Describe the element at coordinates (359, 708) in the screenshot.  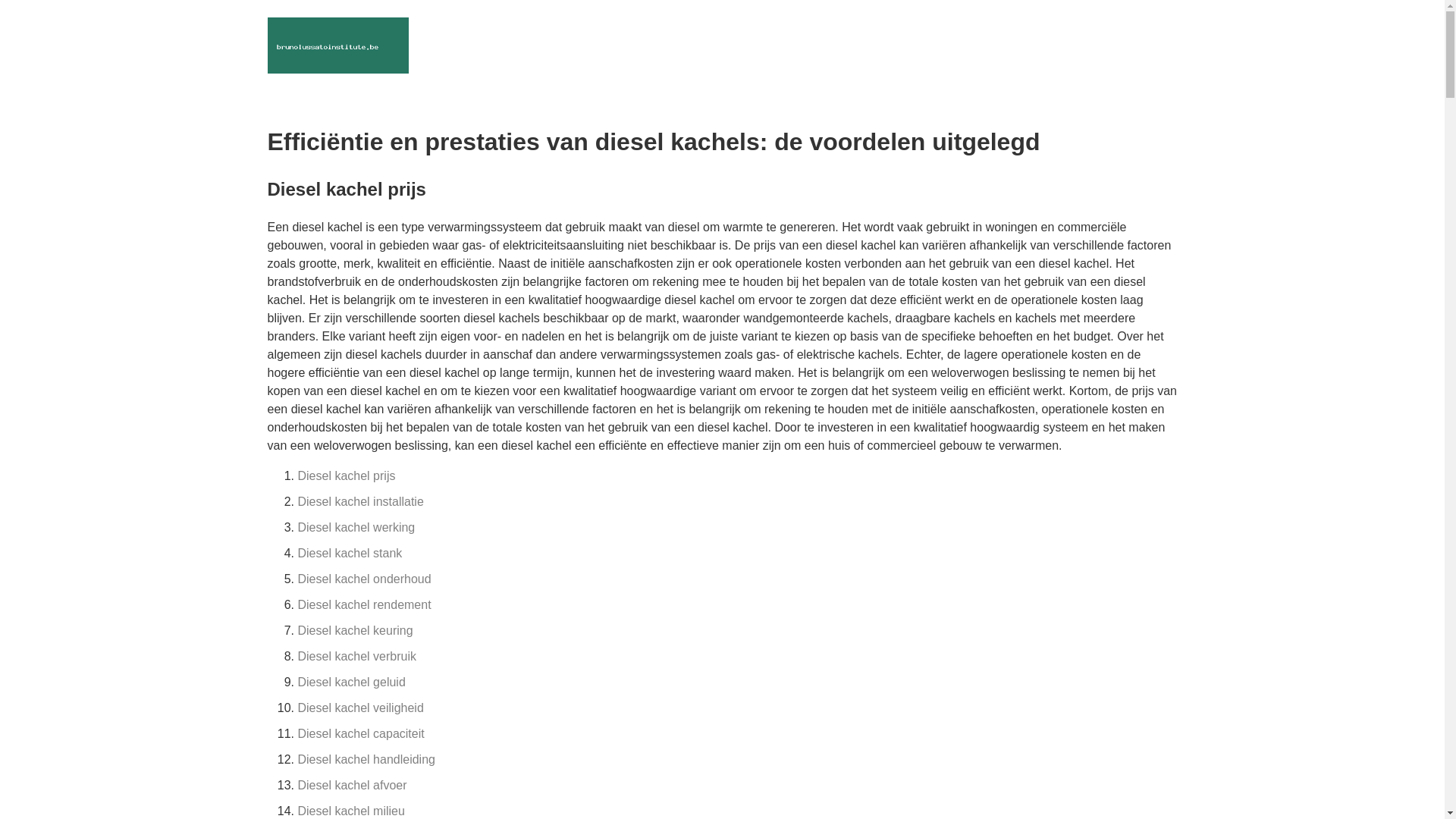
I see `'Diesel kachel veiligheid'` at that location.